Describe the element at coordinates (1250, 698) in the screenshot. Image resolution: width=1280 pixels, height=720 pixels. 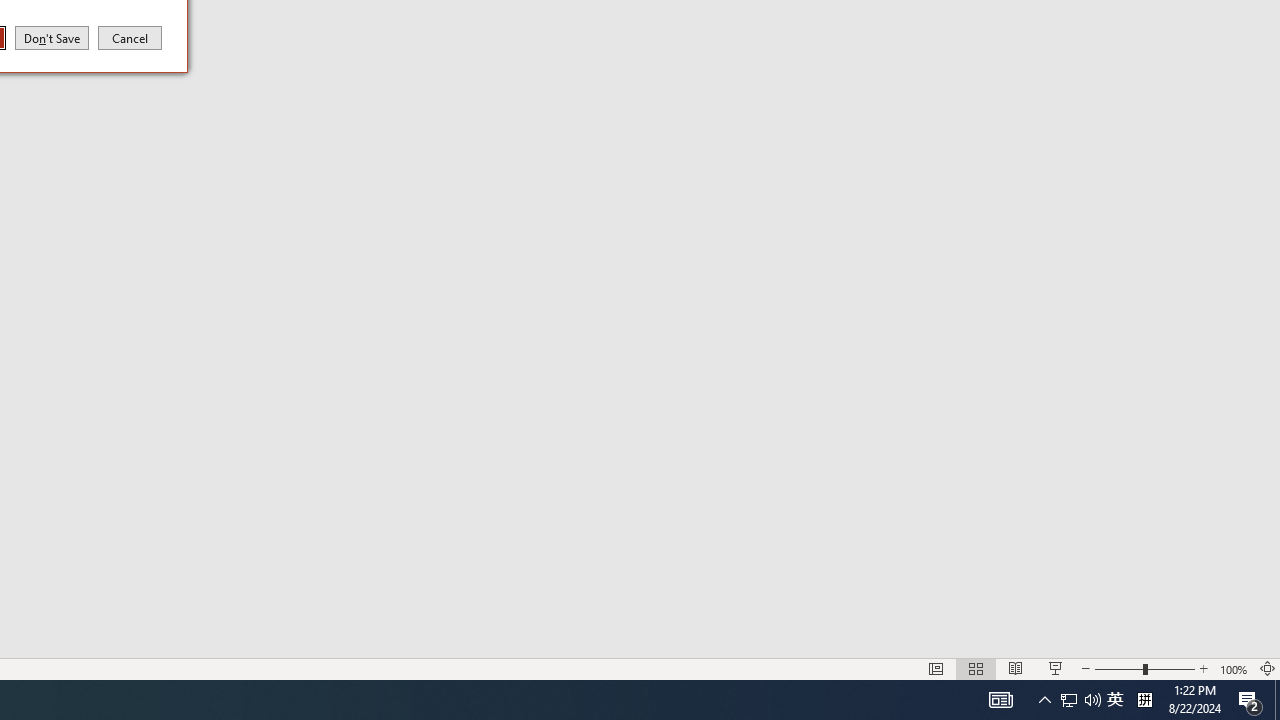
I see `'Action Center, 2 new notifications'` at that location.